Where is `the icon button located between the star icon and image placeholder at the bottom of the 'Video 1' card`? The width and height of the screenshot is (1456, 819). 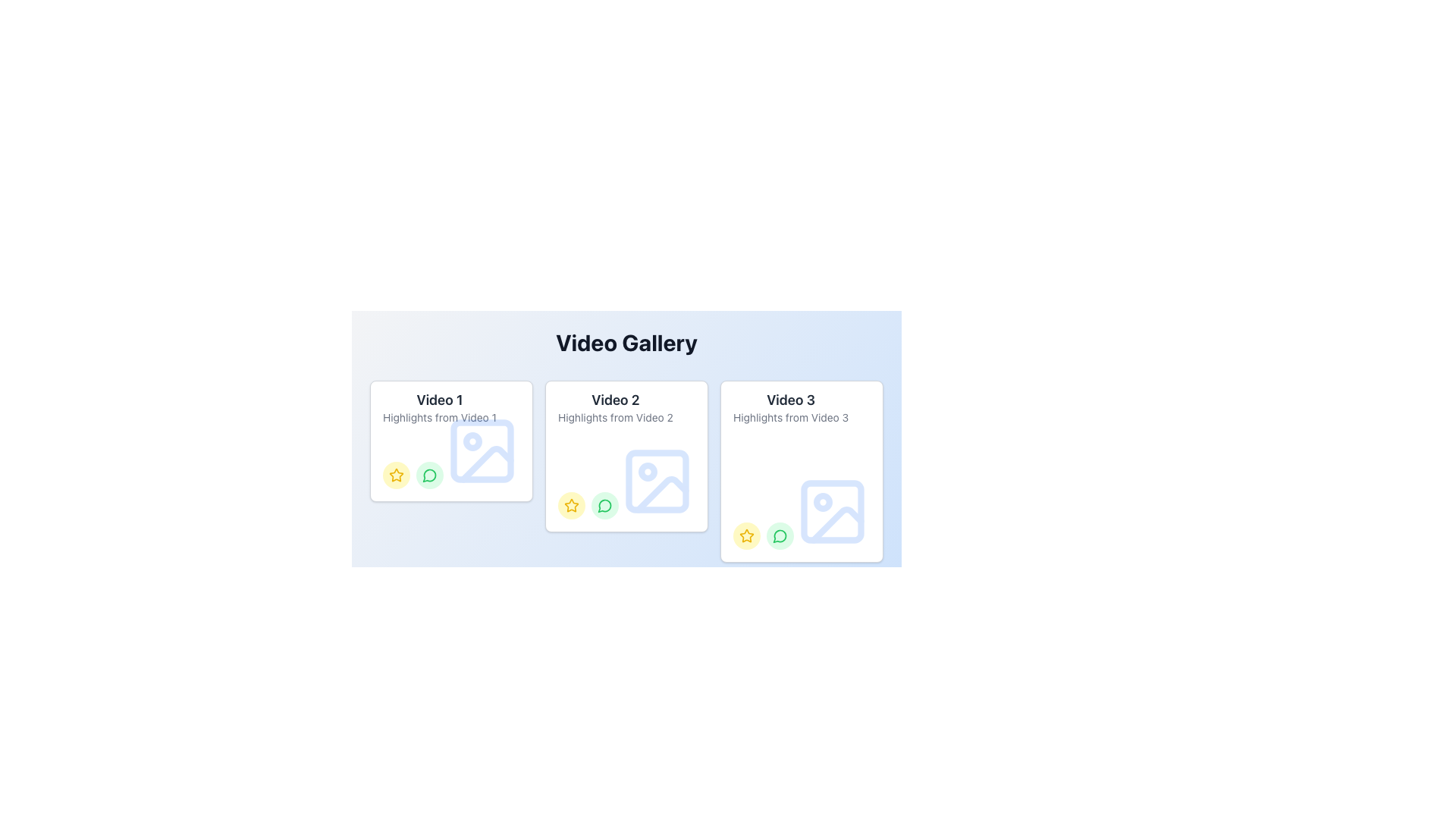
the icon button located between the star icon and image placeholder at the bottom of the 'Video 1' card is located at coordinates (428, 475).